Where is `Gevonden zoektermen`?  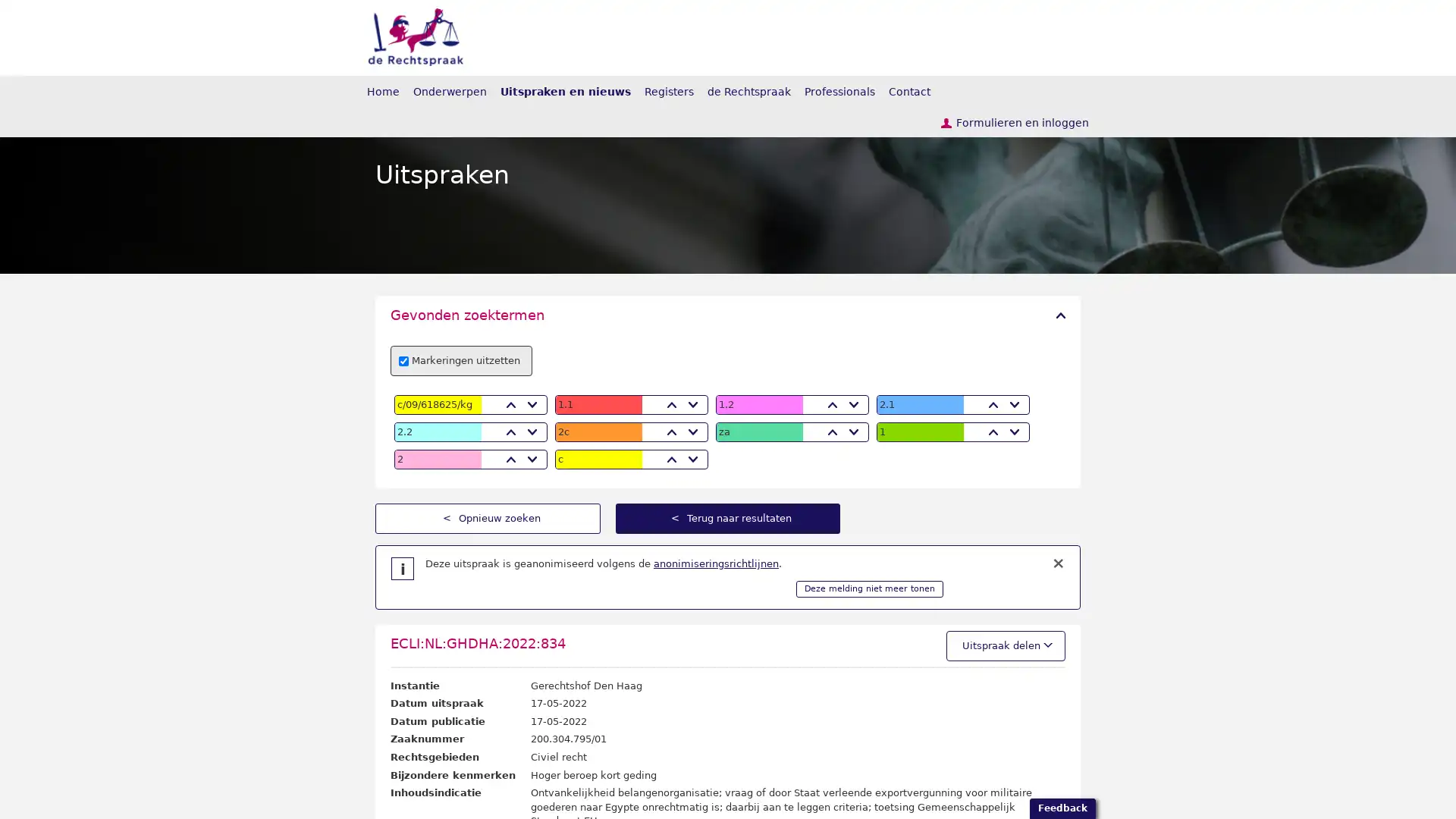
Gevonden zoektermen is located at coordinates (728, 314).